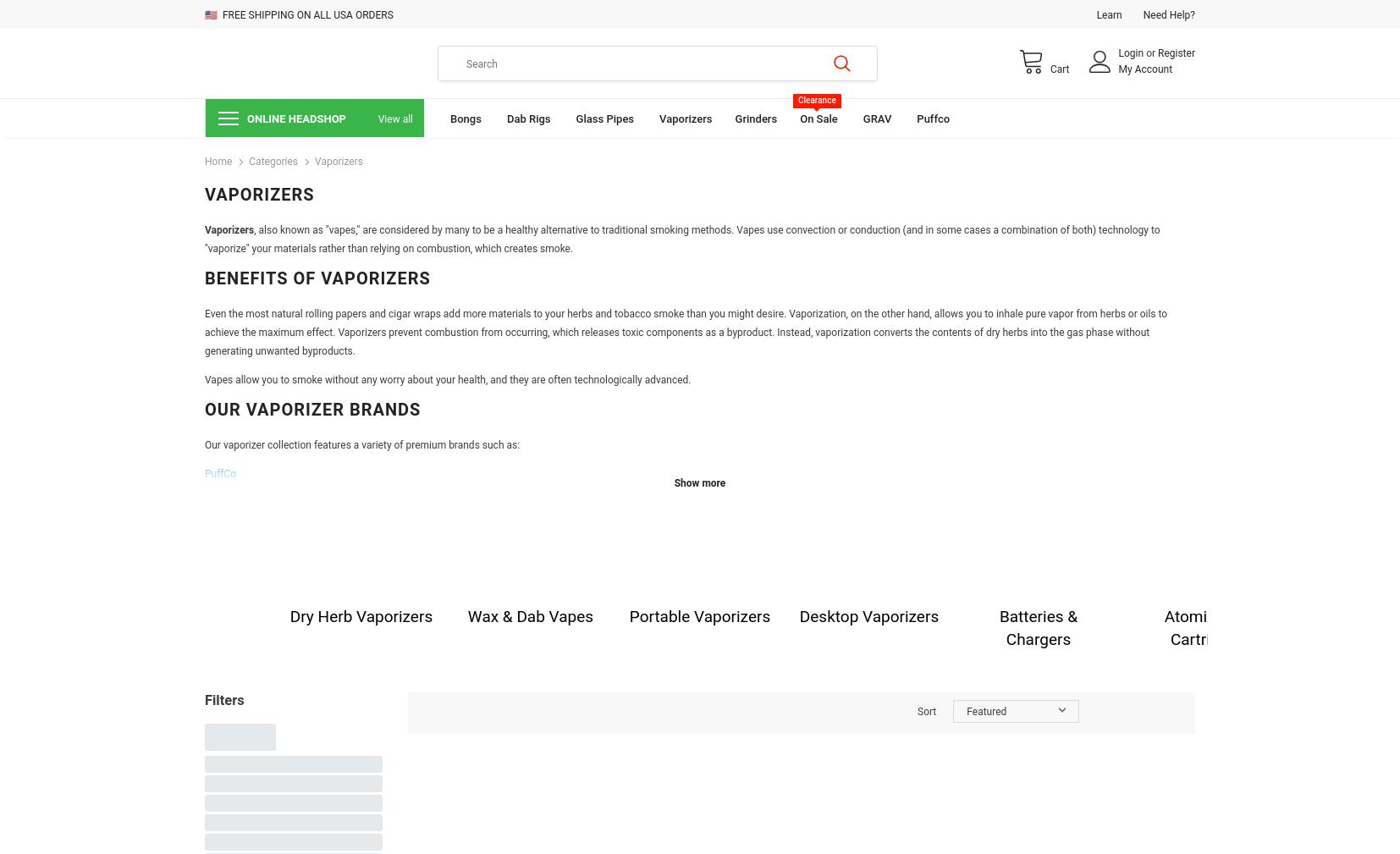 The height and width of the screenshot is (854, 1400). I want to click on 'are specifically designed for vaping flower. Their main advantage is that they release the compounds of the dry herb without igniting it, allowing for healthier, more flavorful hits without any smoke or inhalation of plant matter.', so click(692, 819).